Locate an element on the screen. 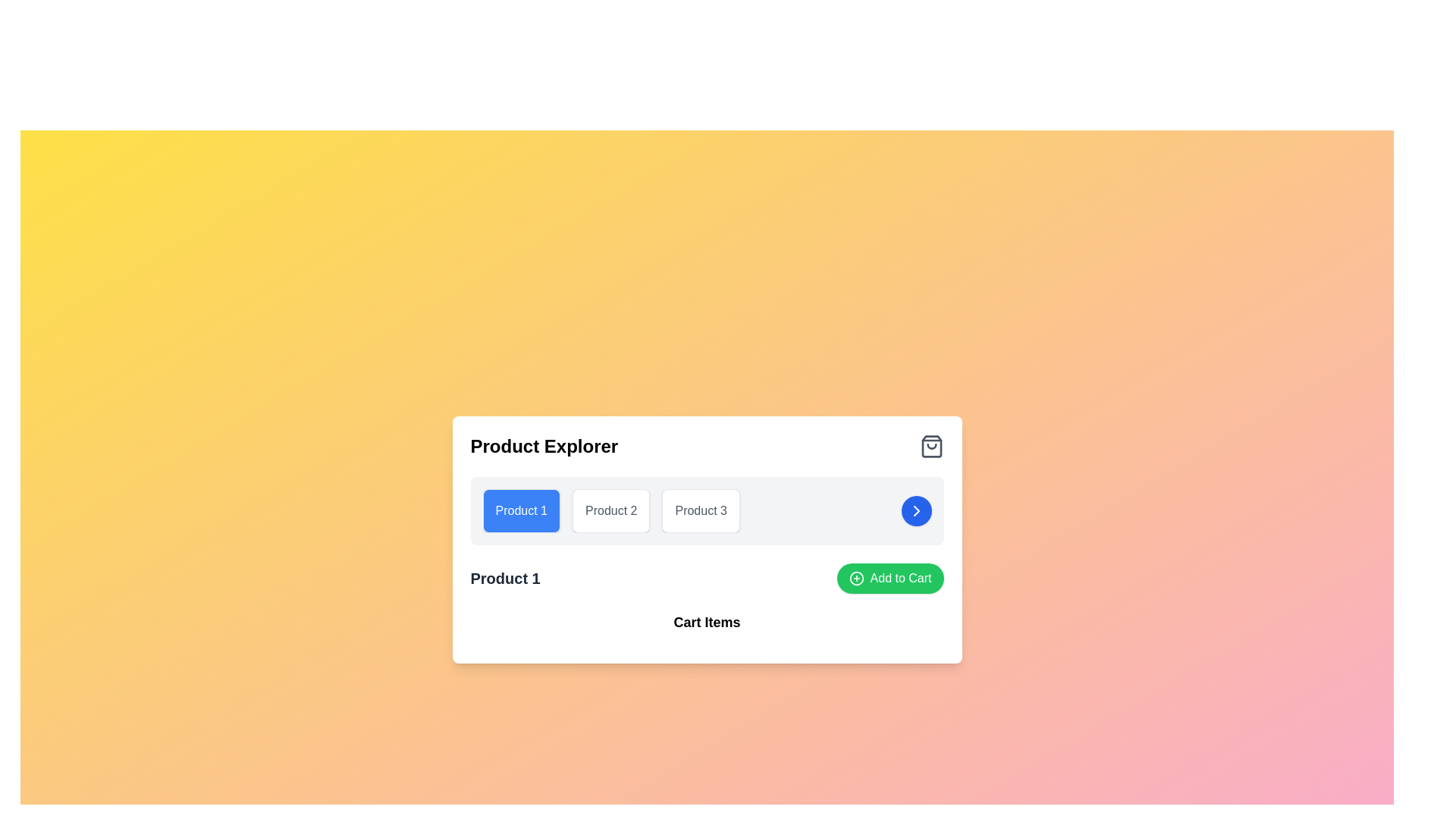 The height and width of the screenshot is (819, 1456). the product in the Scrollable horizontal menu located below the 'Product Explorer' title is located at coordinates (706, 511).